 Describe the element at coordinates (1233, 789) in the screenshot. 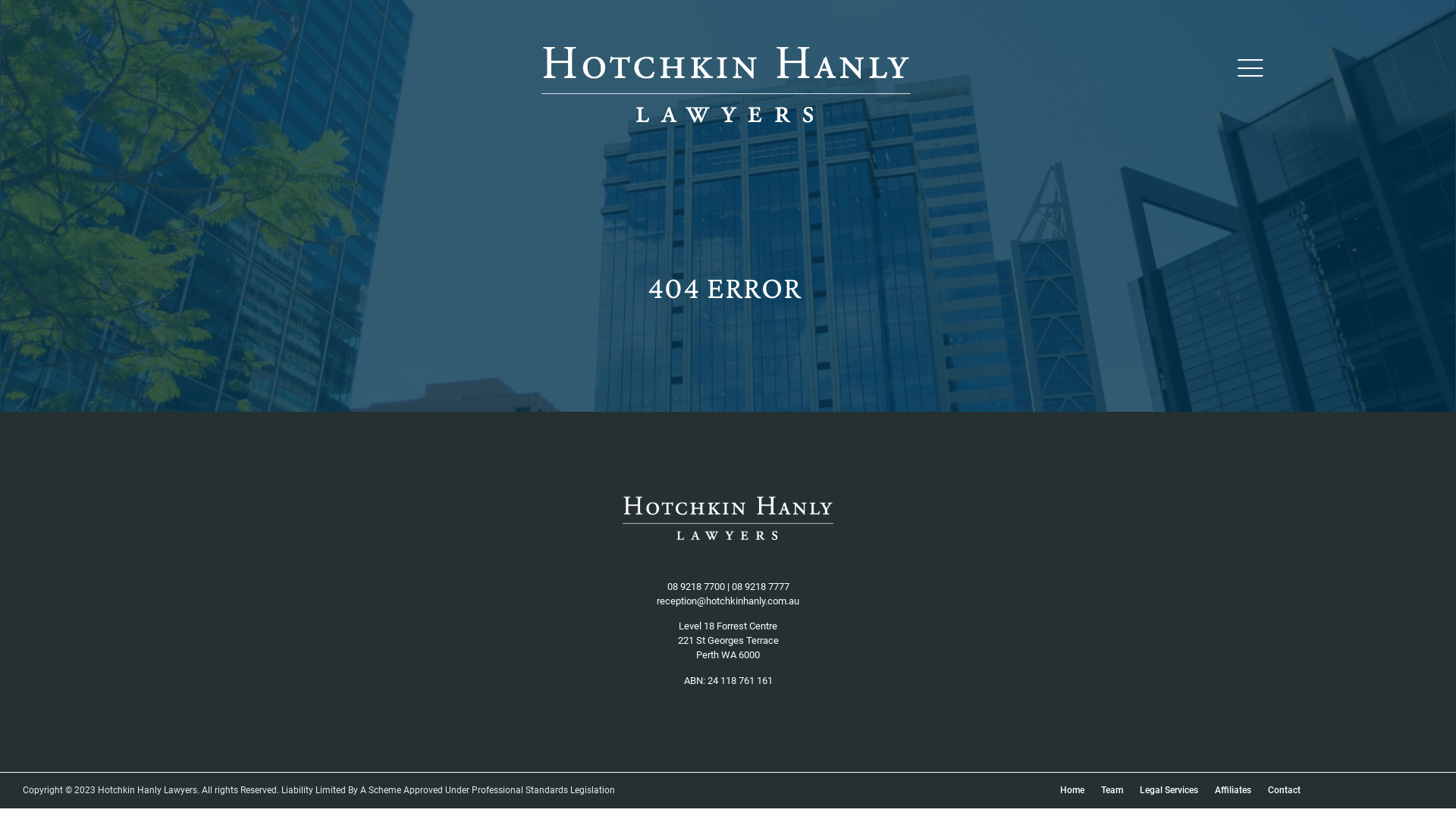

I see `'Affiliates'` at that location.